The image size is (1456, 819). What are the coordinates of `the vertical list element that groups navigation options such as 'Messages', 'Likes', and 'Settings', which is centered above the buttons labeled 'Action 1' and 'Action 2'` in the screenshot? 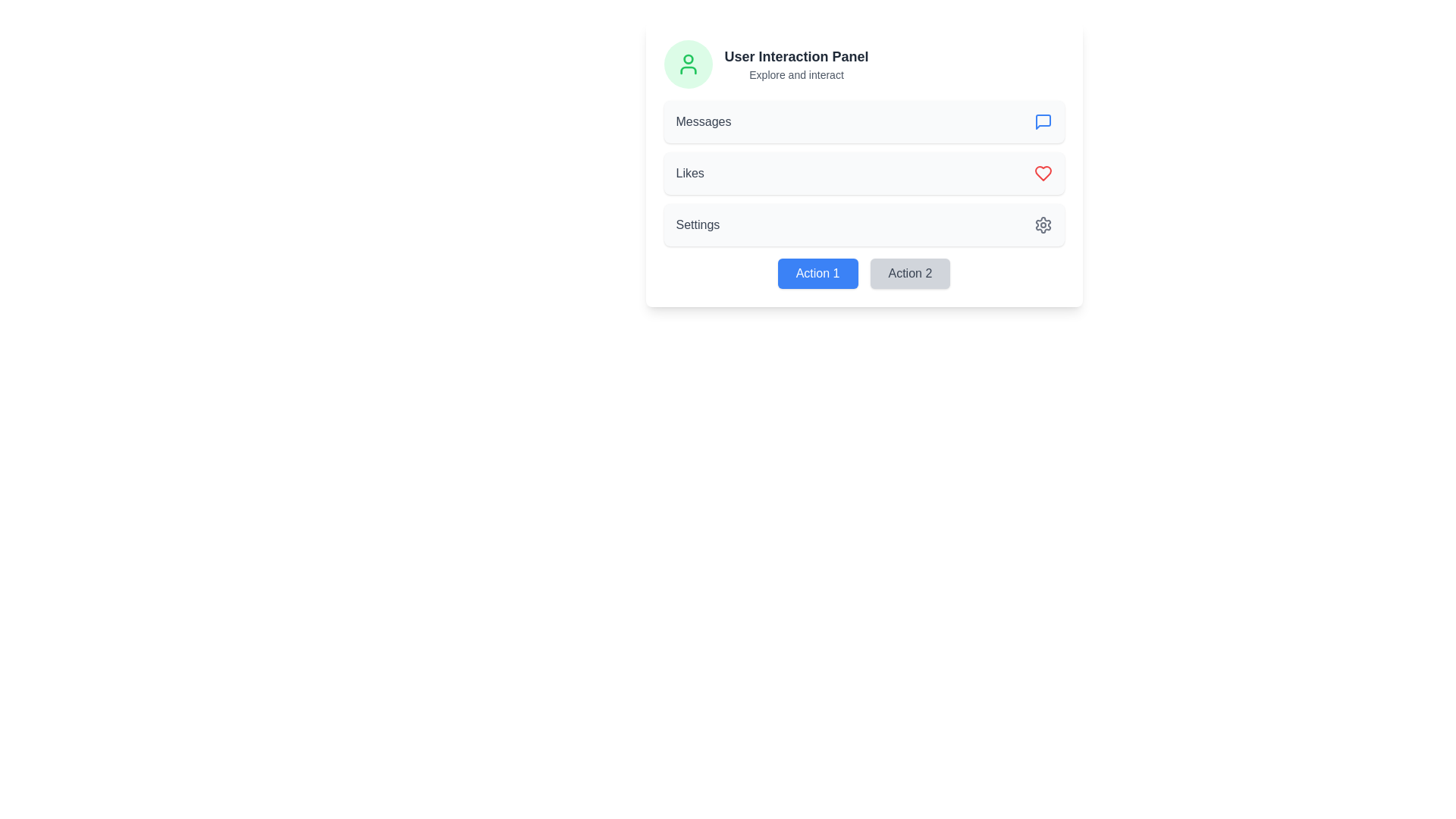 It's located at (864, 172).